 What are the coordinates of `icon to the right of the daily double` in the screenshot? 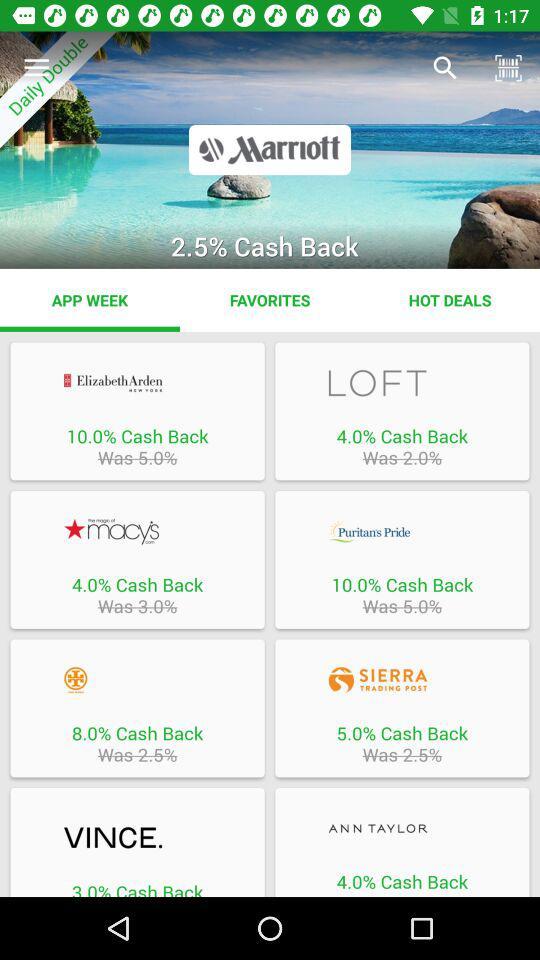 It's located at (445, 68).